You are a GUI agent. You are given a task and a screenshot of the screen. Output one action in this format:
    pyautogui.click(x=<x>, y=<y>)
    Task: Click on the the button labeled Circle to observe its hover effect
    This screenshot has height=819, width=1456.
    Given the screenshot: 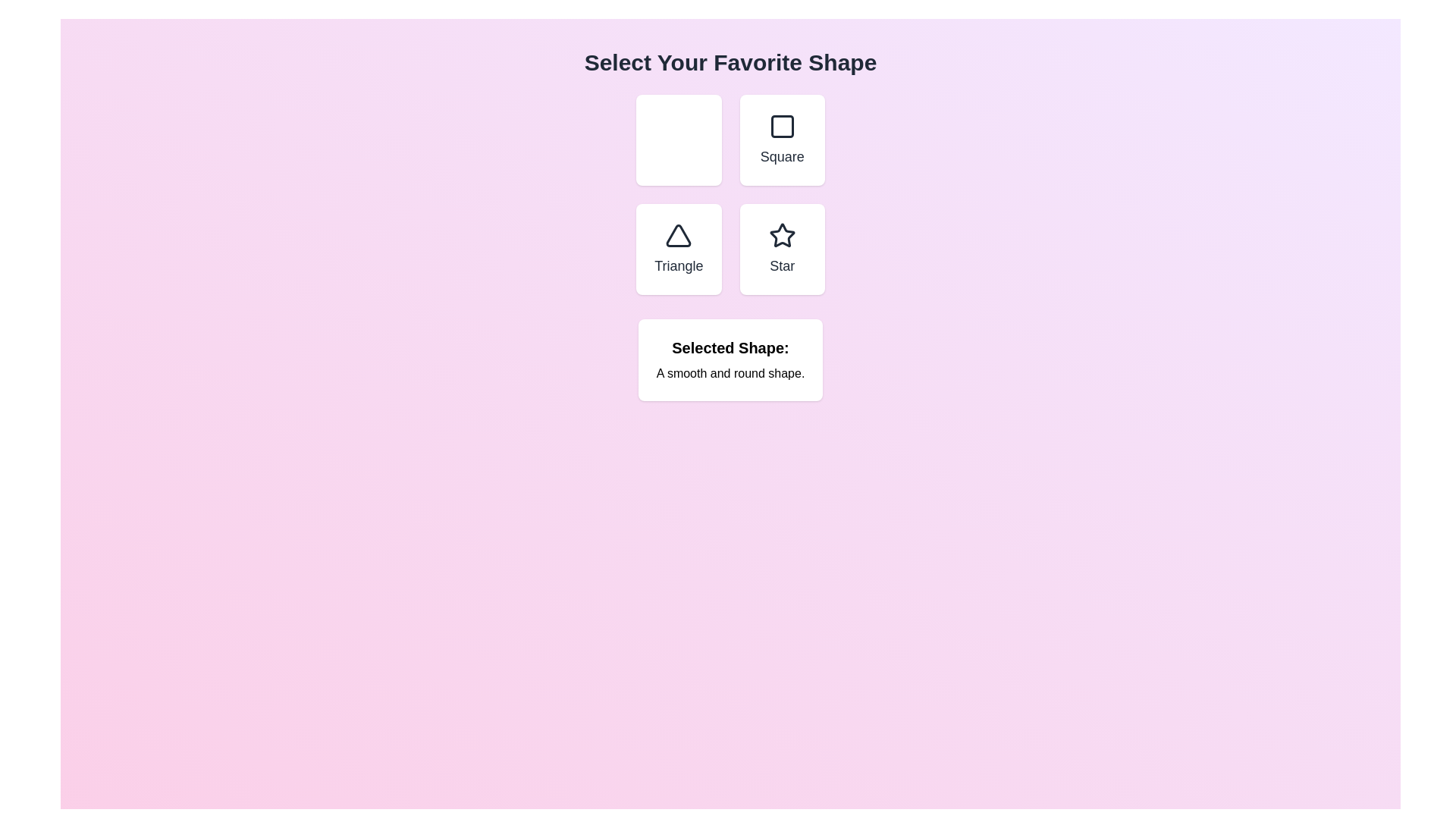 What is the action you would take?
    pyautogui.click(x=677, y=140)
    